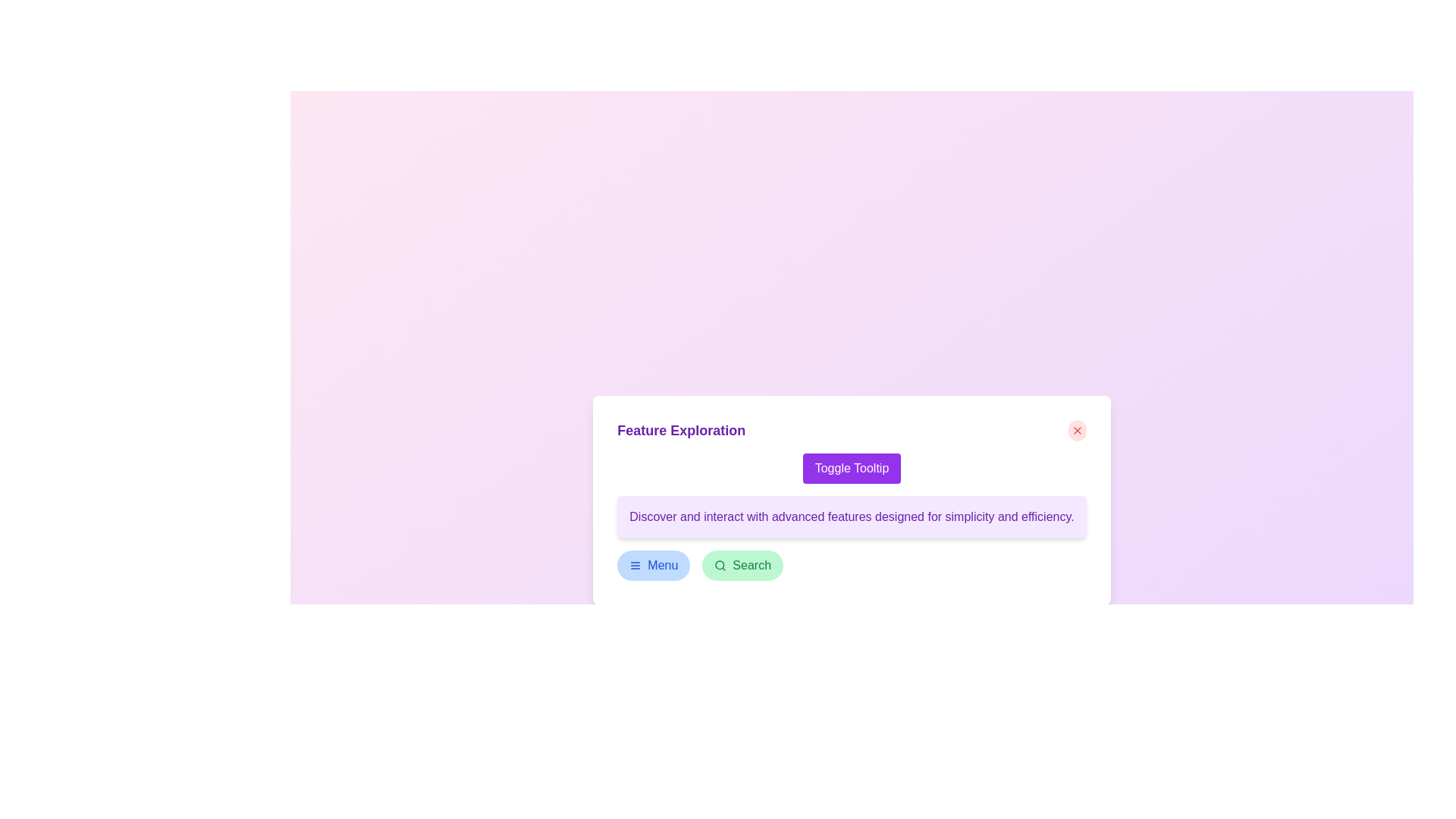  I want to click on the small red cross icon in the top-right corner of the 'Feature Exploration' card, so click(1076, 430).